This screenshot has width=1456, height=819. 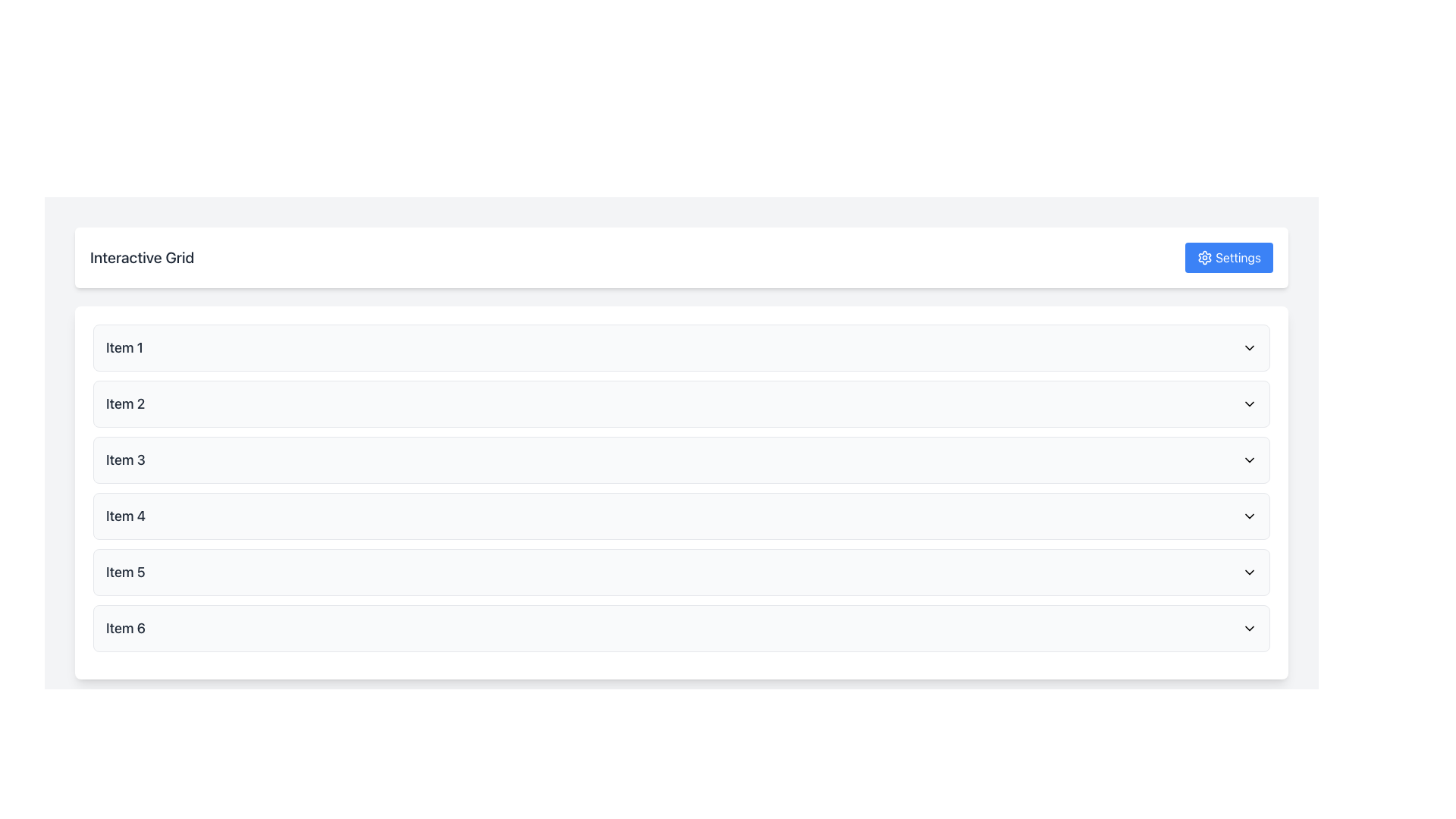 I want to click on the text label displaying 'Item 2', which is the second item in a vertically aligned list and is visually distinct with bold and large font, so click(x=125, y=403).